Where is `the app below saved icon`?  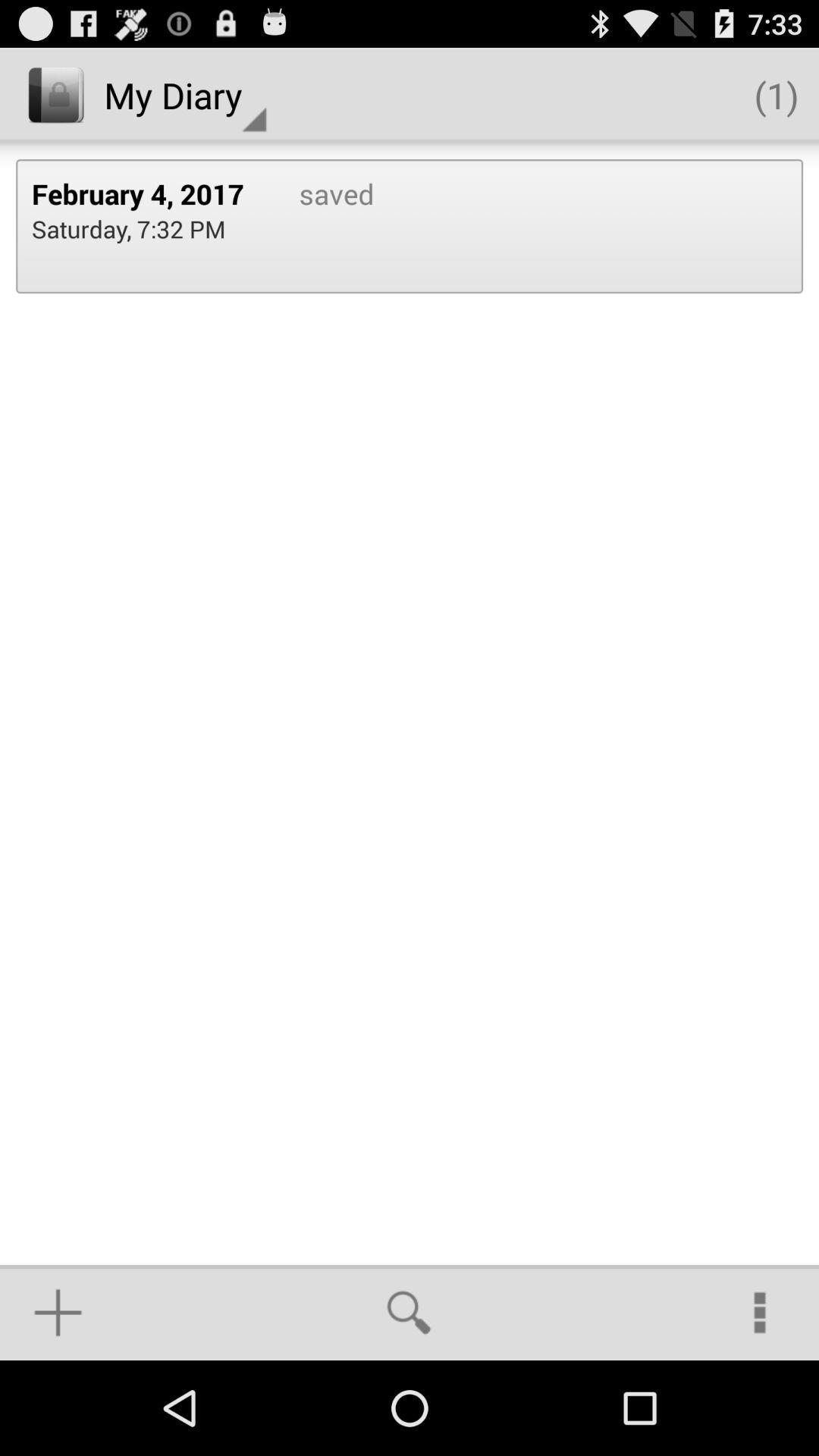
the app below saved icon is located at coordinates (408, 1312).